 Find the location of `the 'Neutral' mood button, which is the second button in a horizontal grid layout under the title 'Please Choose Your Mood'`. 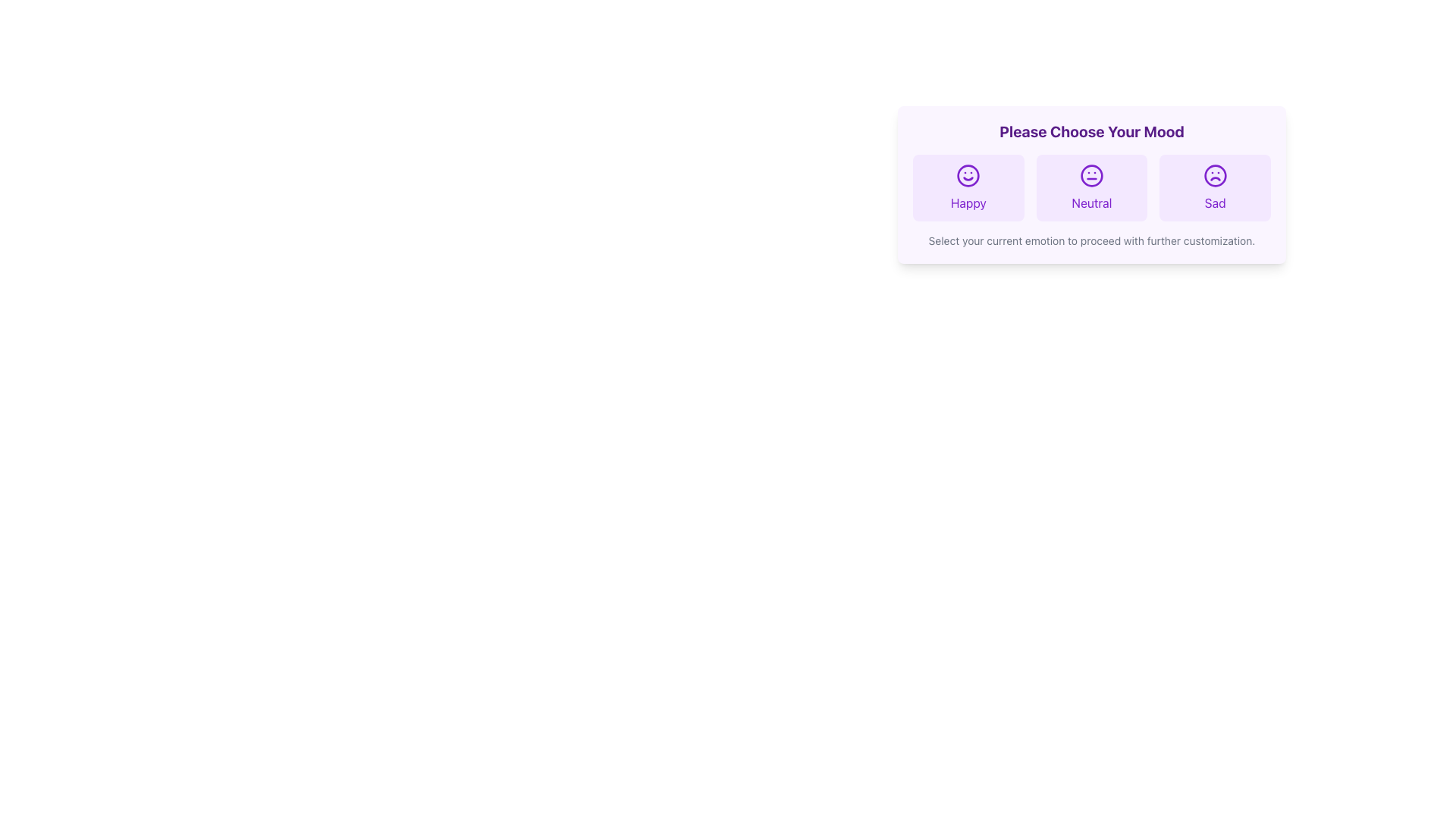

the 'Neutral' mood button, which is the second button in a horizontal grid layout under the title 'Please Choose Your Mood' is located at coordinates (1092, 187).